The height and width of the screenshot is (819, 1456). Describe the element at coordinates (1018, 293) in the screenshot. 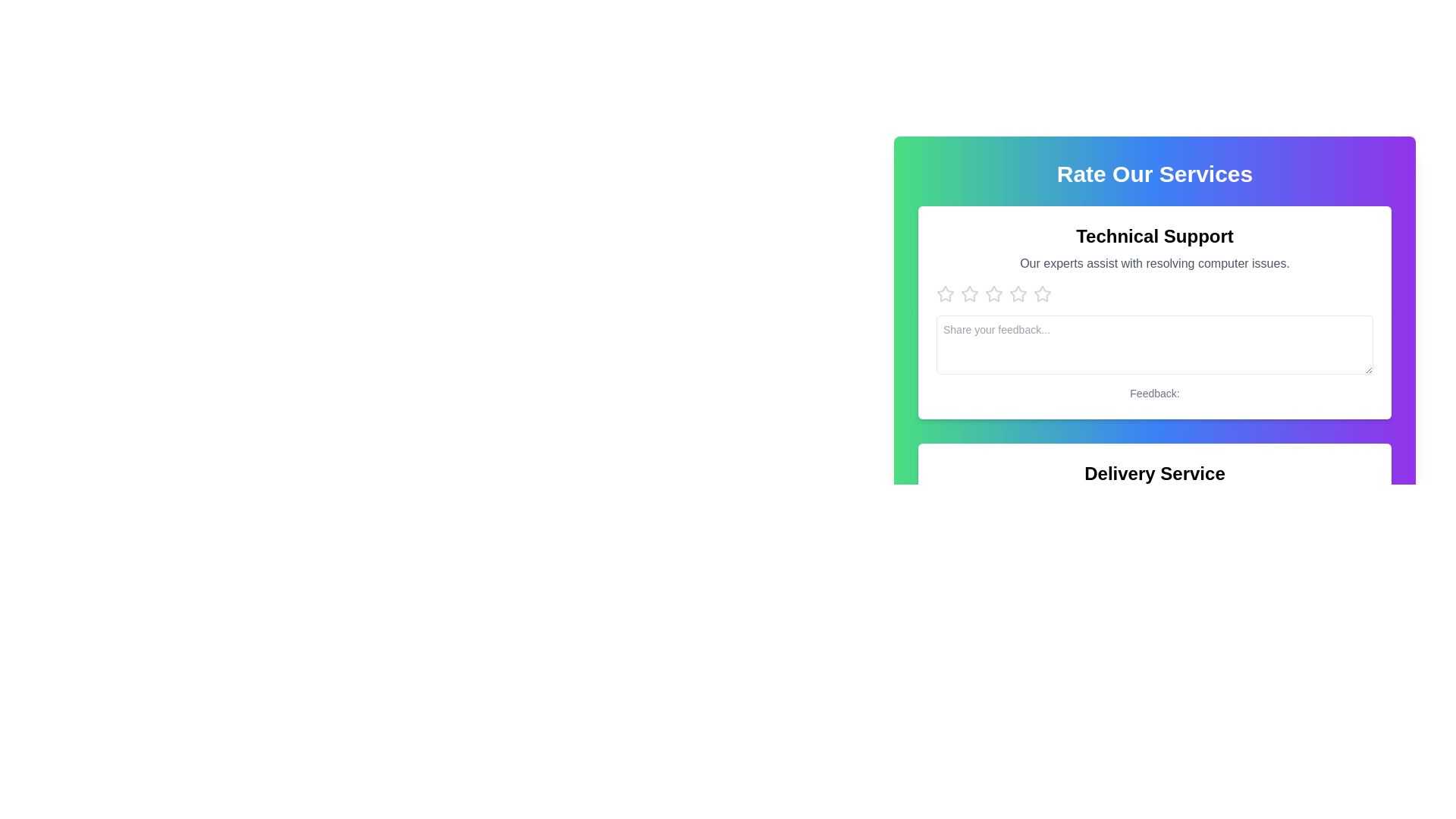

I see `the second star-shaped rating icon under the 'Technical Support' heading in the 'Rate Our Services' section to rate it` at that location.